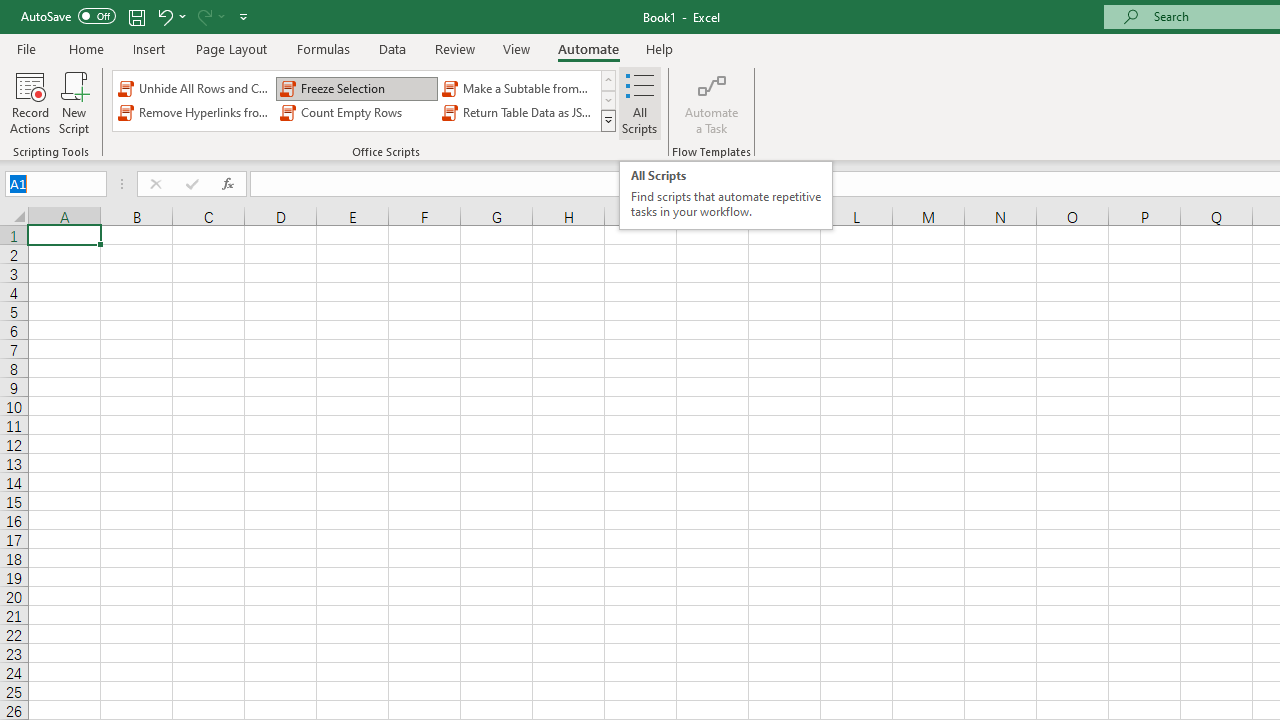 The image size is (1280, 720). Describe the element at coordinates (357, 87) in the screenshot. I see `'Freeze Selection'` at that location.